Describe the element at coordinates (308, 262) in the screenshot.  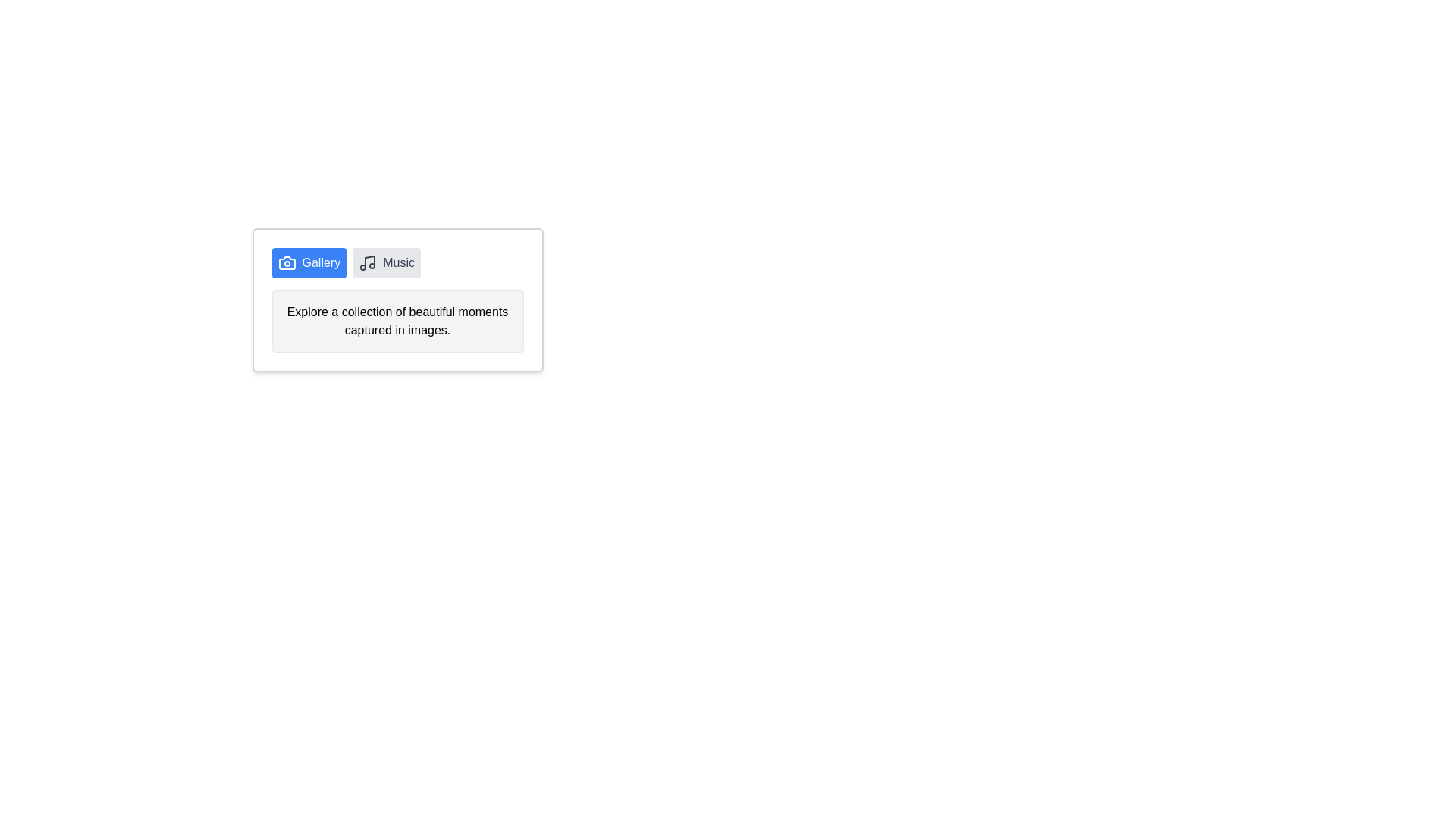
I see `the 'Gallery' tab button to switch to its content` at that location.